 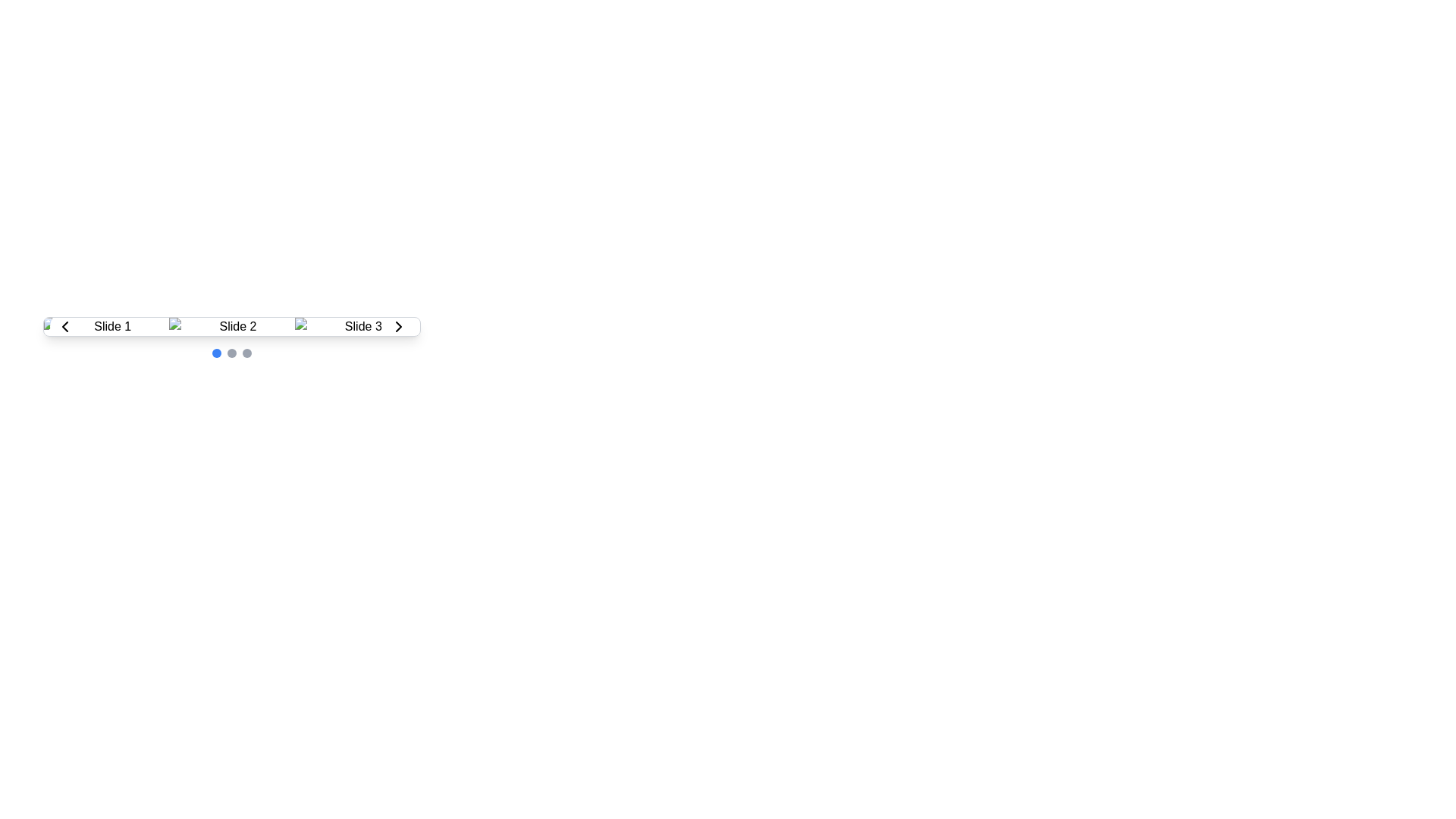 I want to click on the carousel indicator located at the bottom center of the carousel component, so click(x=231, y=353).